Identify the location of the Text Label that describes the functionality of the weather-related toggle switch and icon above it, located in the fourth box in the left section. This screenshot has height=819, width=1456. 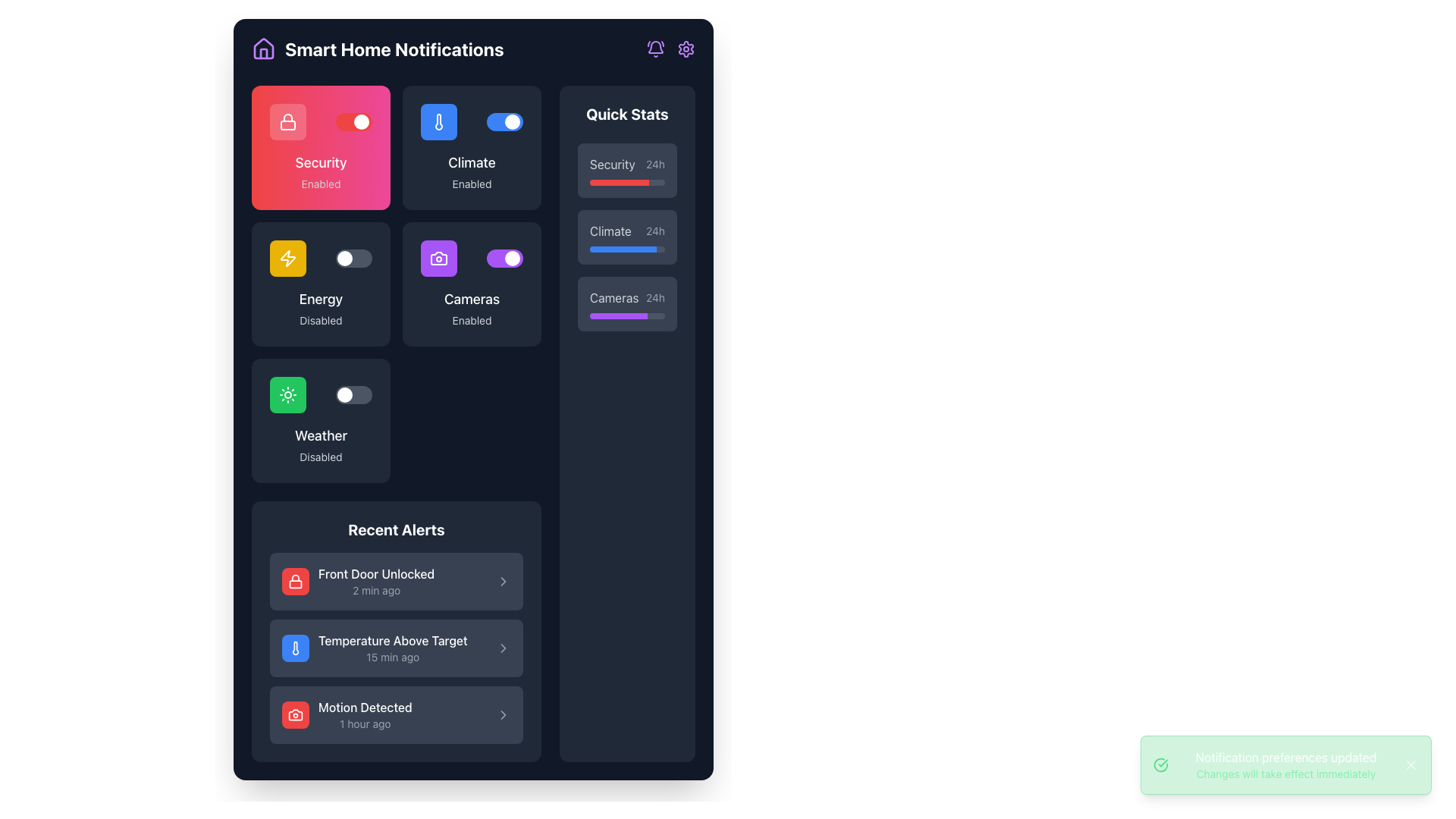
(320, 435).